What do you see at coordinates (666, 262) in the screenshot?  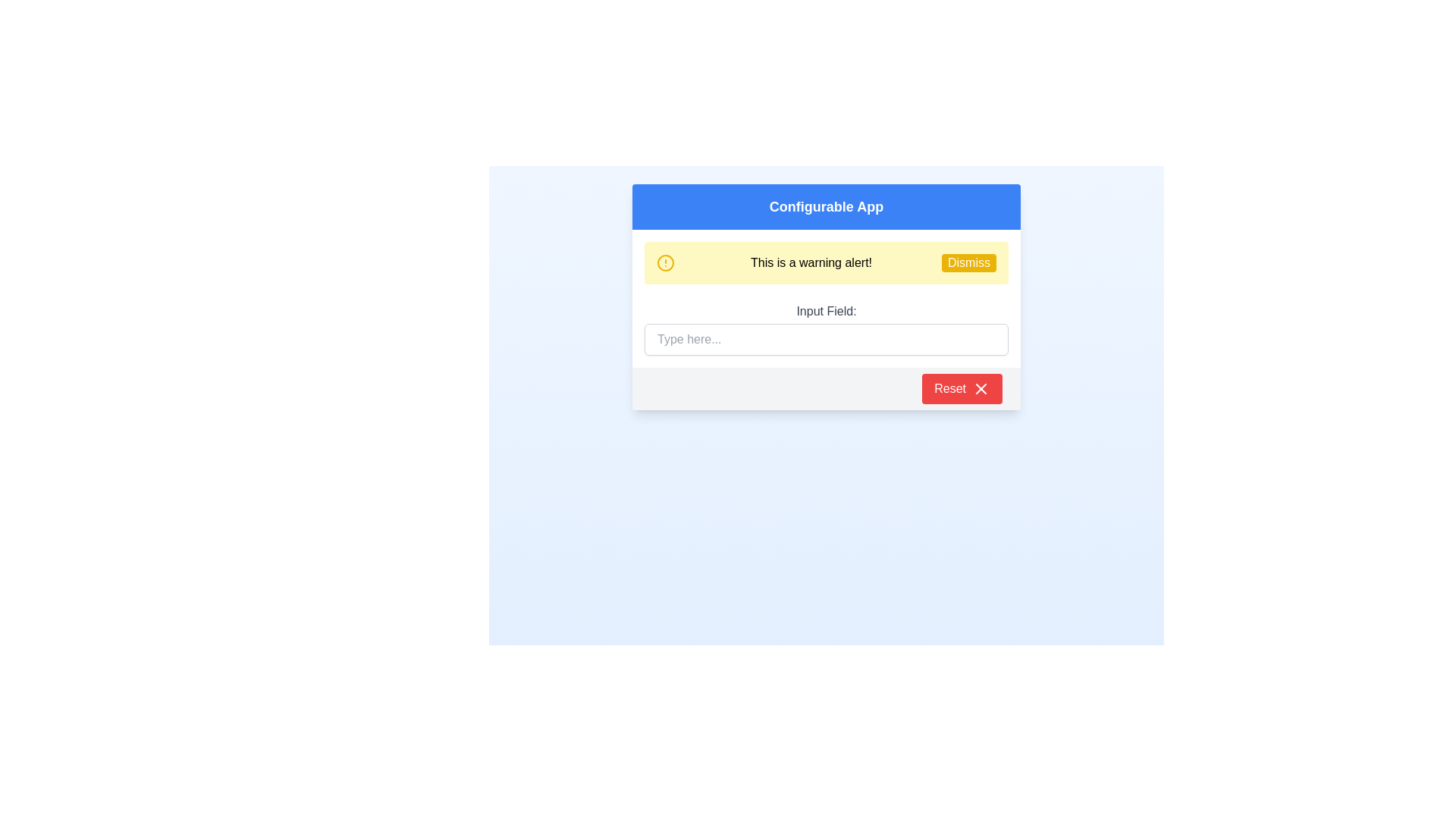 I see `the circular icon with a yellow border and red interior symbol that precedes the text 'This is a warning alert!' on the alert banner` at bounding box center [666, 262].